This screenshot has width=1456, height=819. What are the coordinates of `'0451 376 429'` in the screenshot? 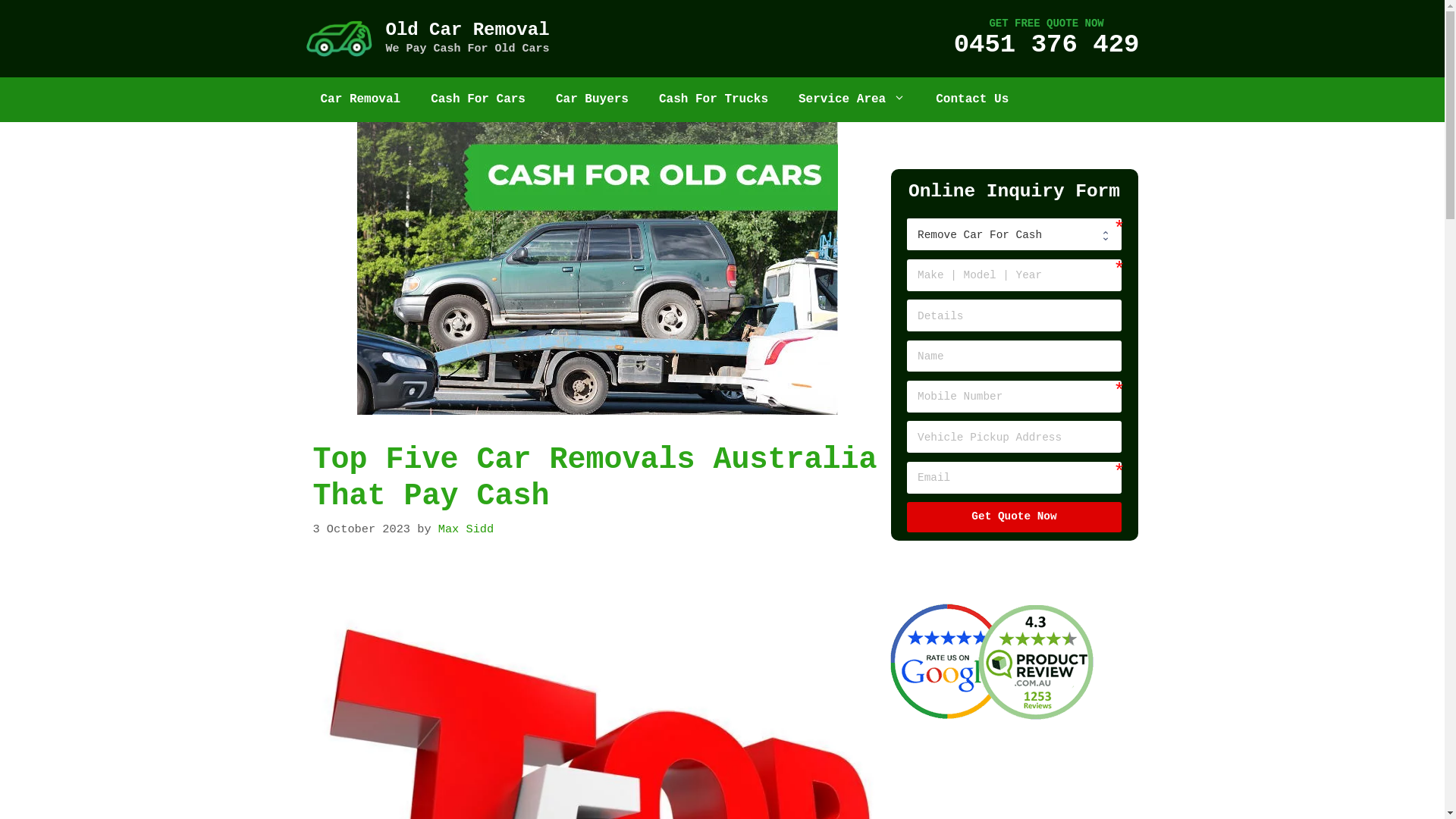 It's located at (1046, 43).